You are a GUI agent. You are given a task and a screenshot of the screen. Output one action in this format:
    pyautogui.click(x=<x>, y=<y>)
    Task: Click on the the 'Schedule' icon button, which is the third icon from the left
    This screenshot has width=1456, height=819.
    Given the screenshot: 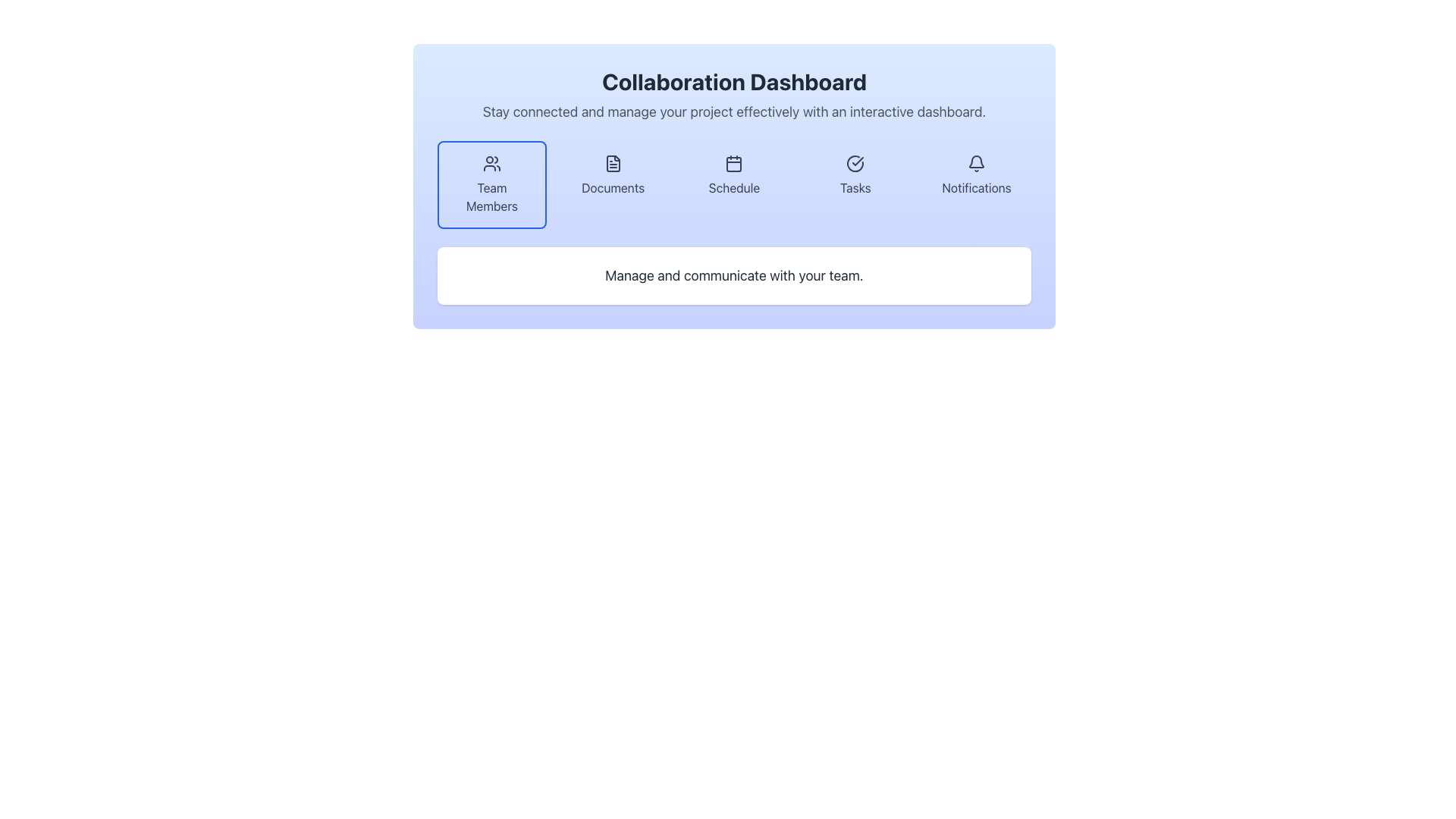 What is the action you would take?
    pyautogui.click(x=734, y=164)
    